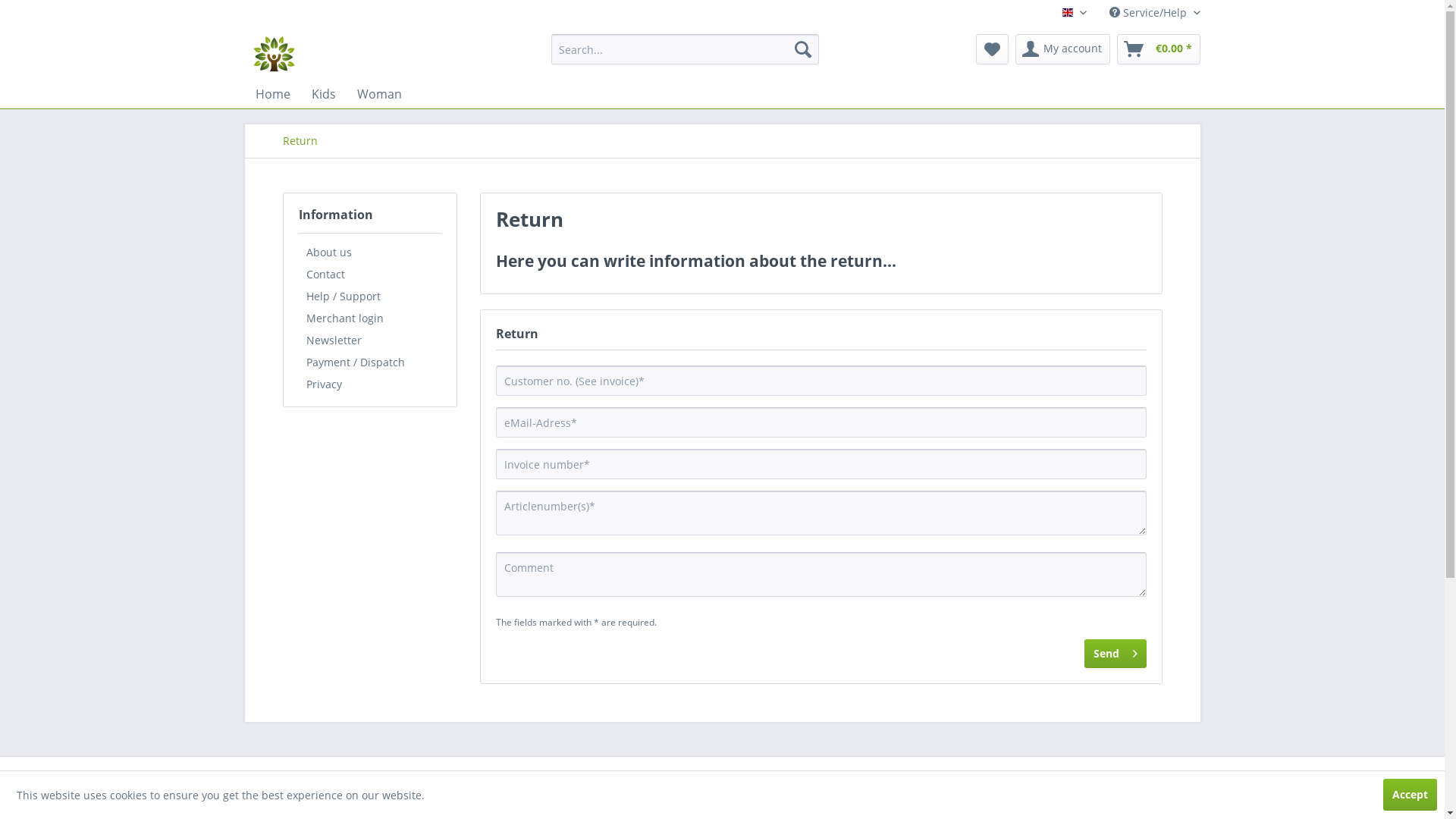 This screenshot has height=819, width=1456. I want to click on 'Return', so click(299, 140).